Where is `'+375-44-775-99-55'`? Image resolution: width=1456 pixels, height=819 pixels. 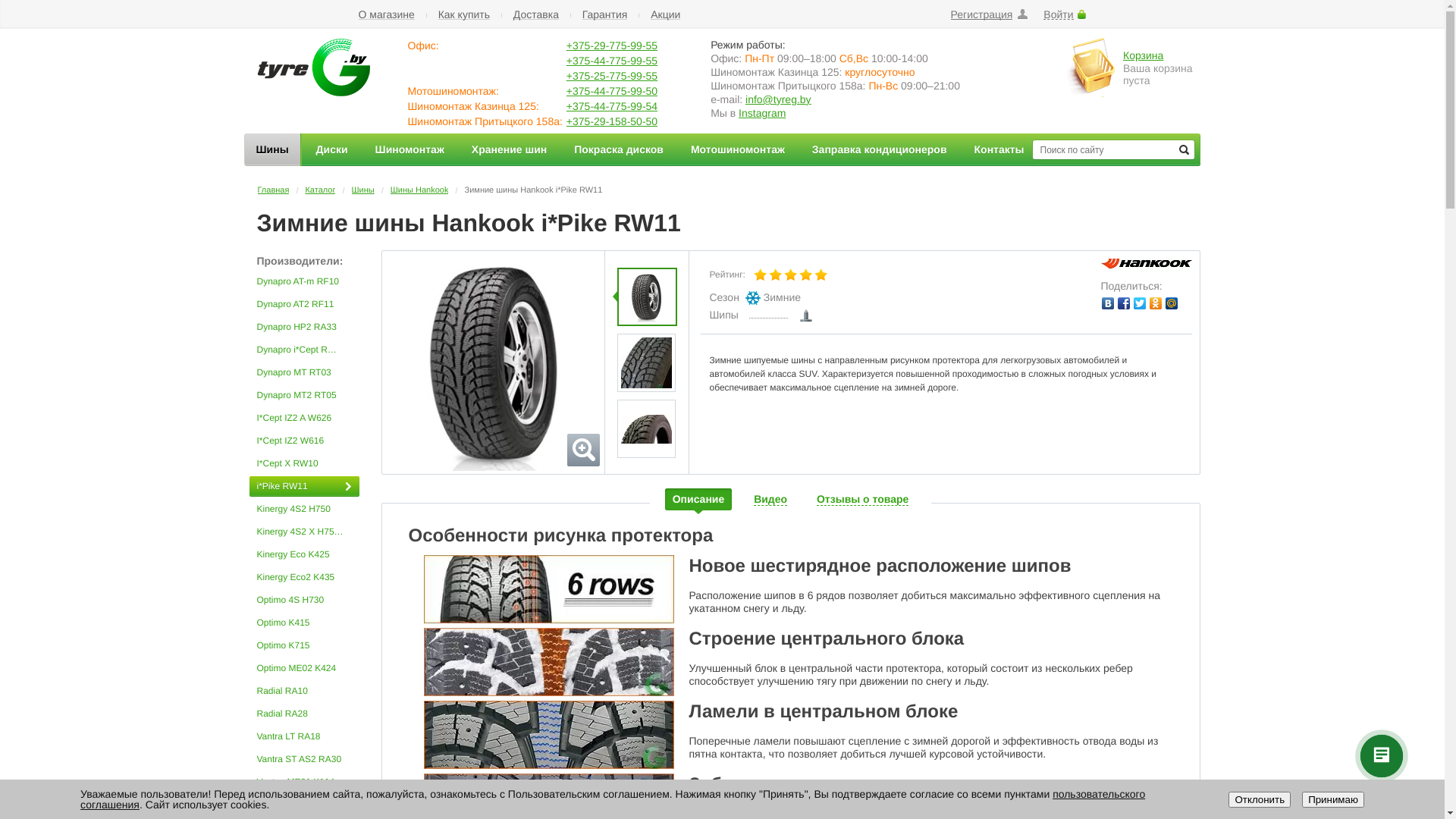
'+375-44-775-99-55' is located at coordinates (611, 60).